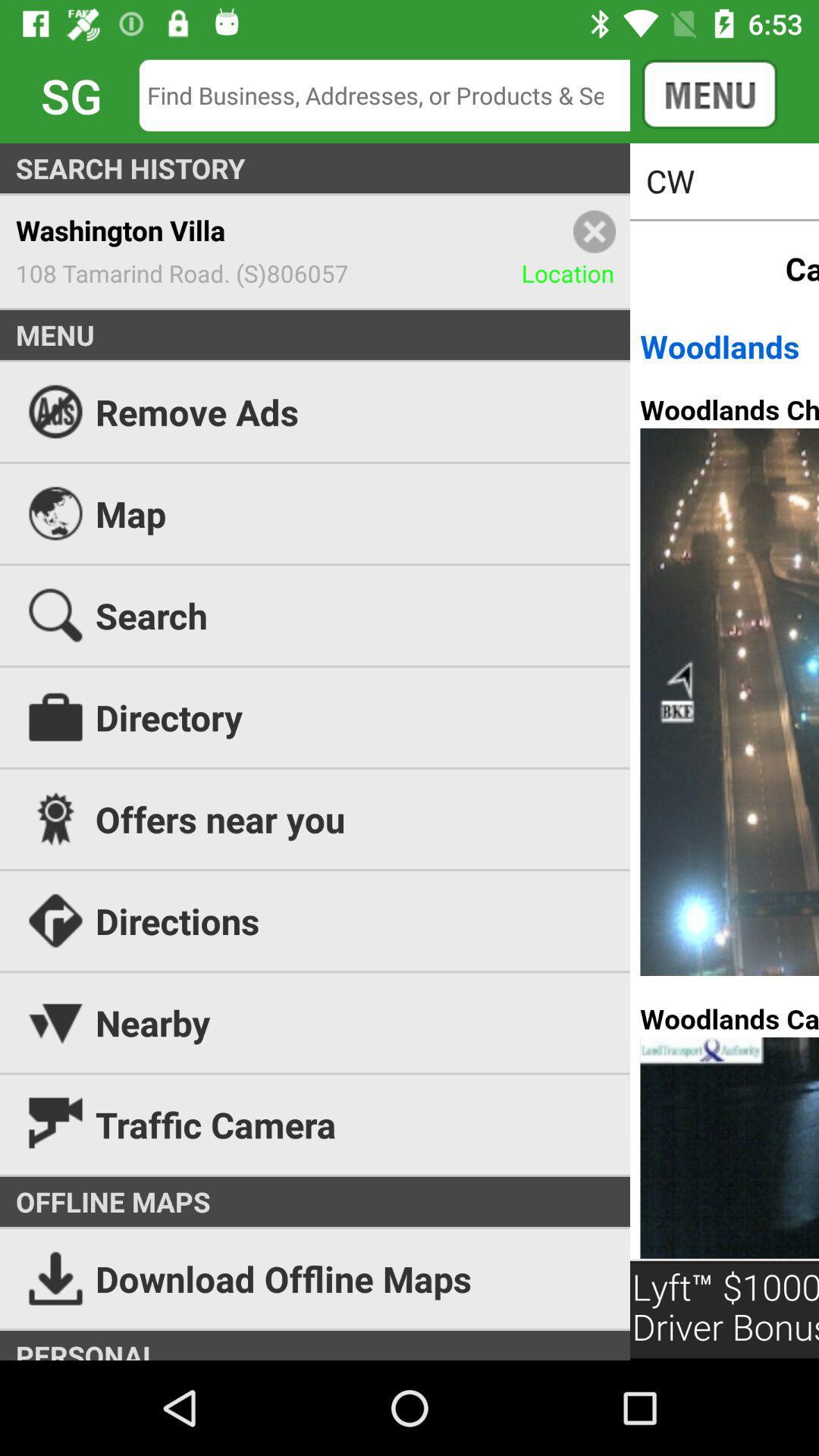 The image size is (819, 1456). I want to click on the menu option, so click(733, 94).